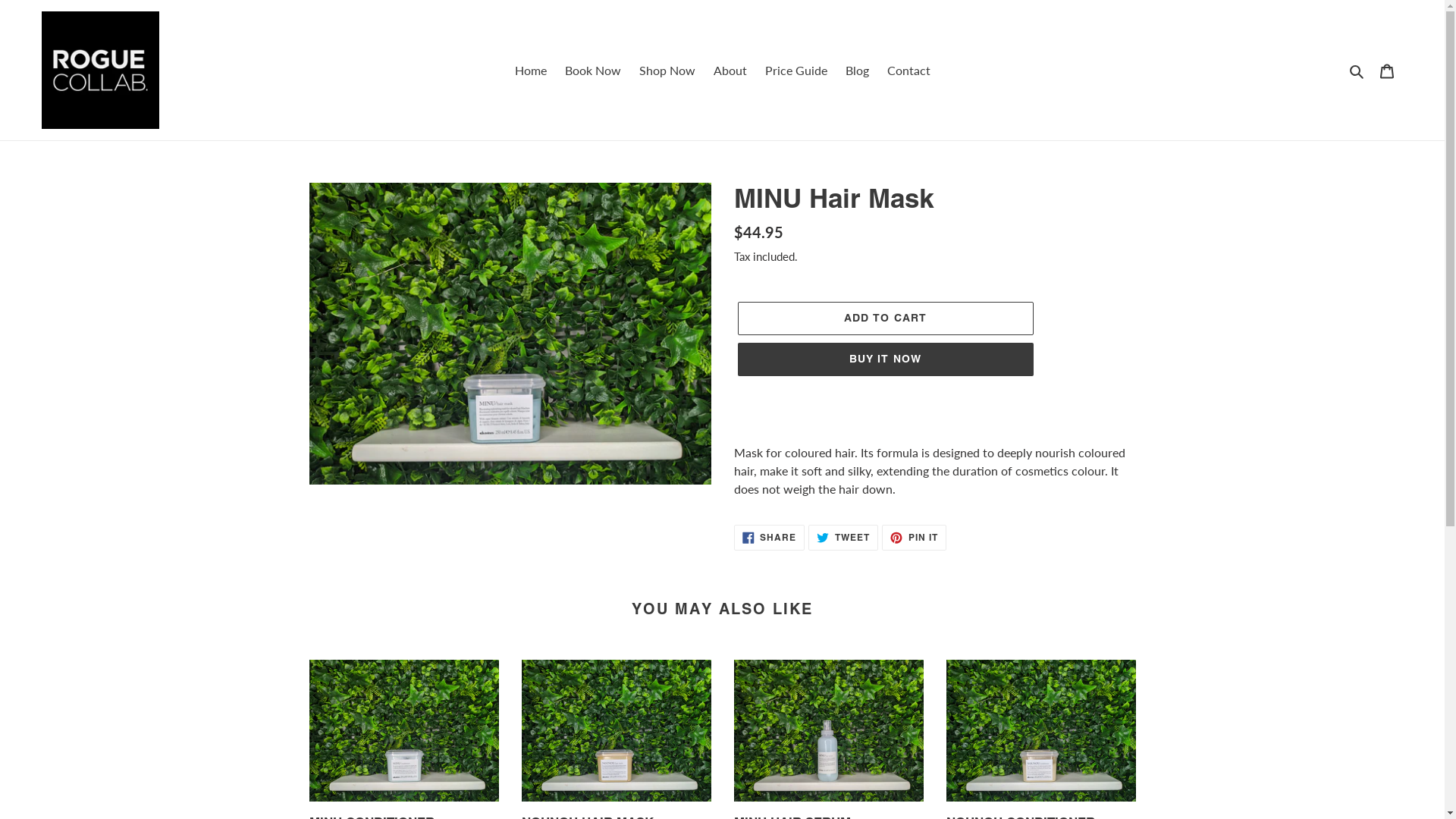  Describe the element at coordinates (843, 537) in the screenshot. I see `'TWEET` at that location.